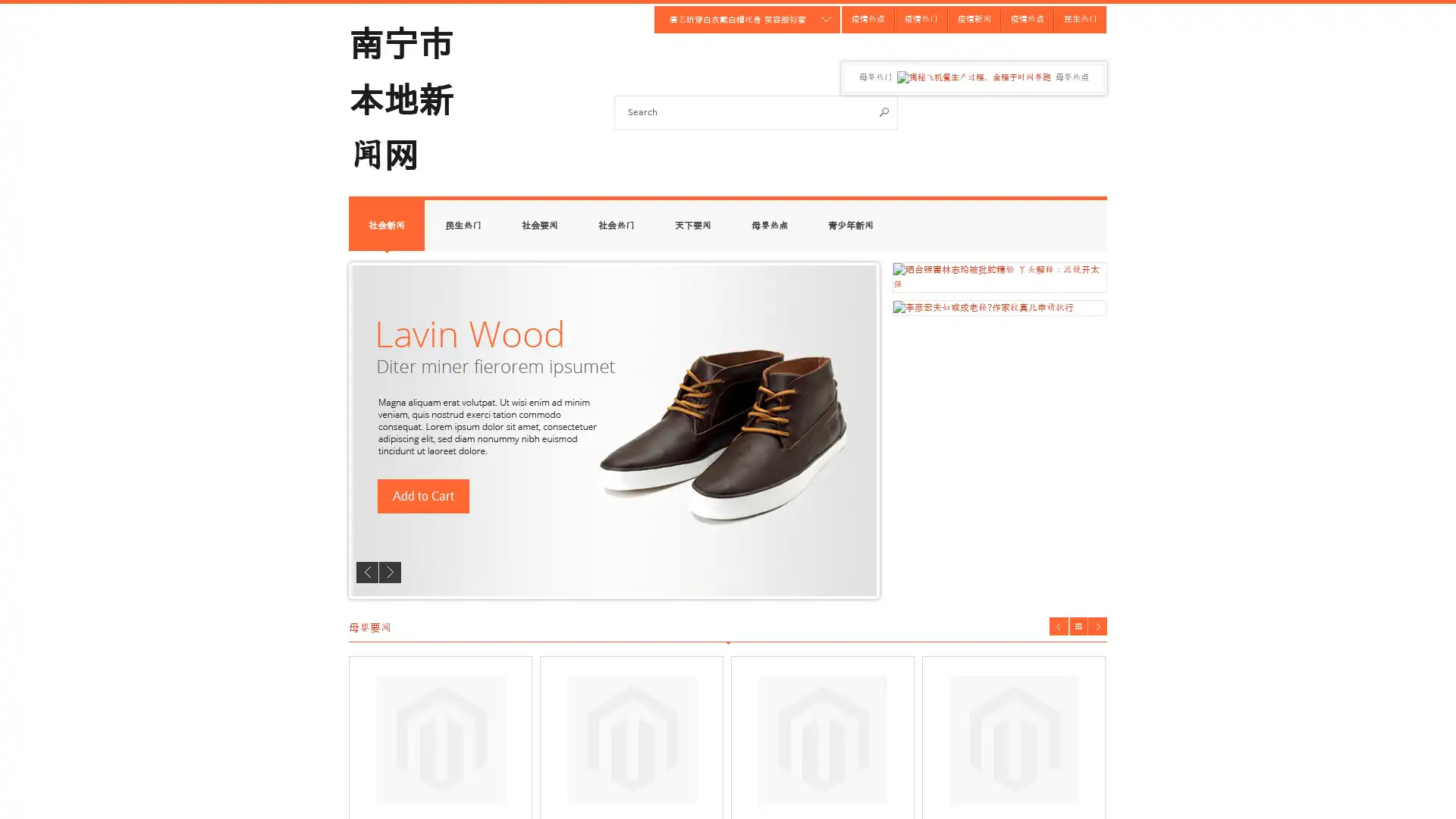 The image size is (1456, 819). I want to click on Search, so click(884, 111).